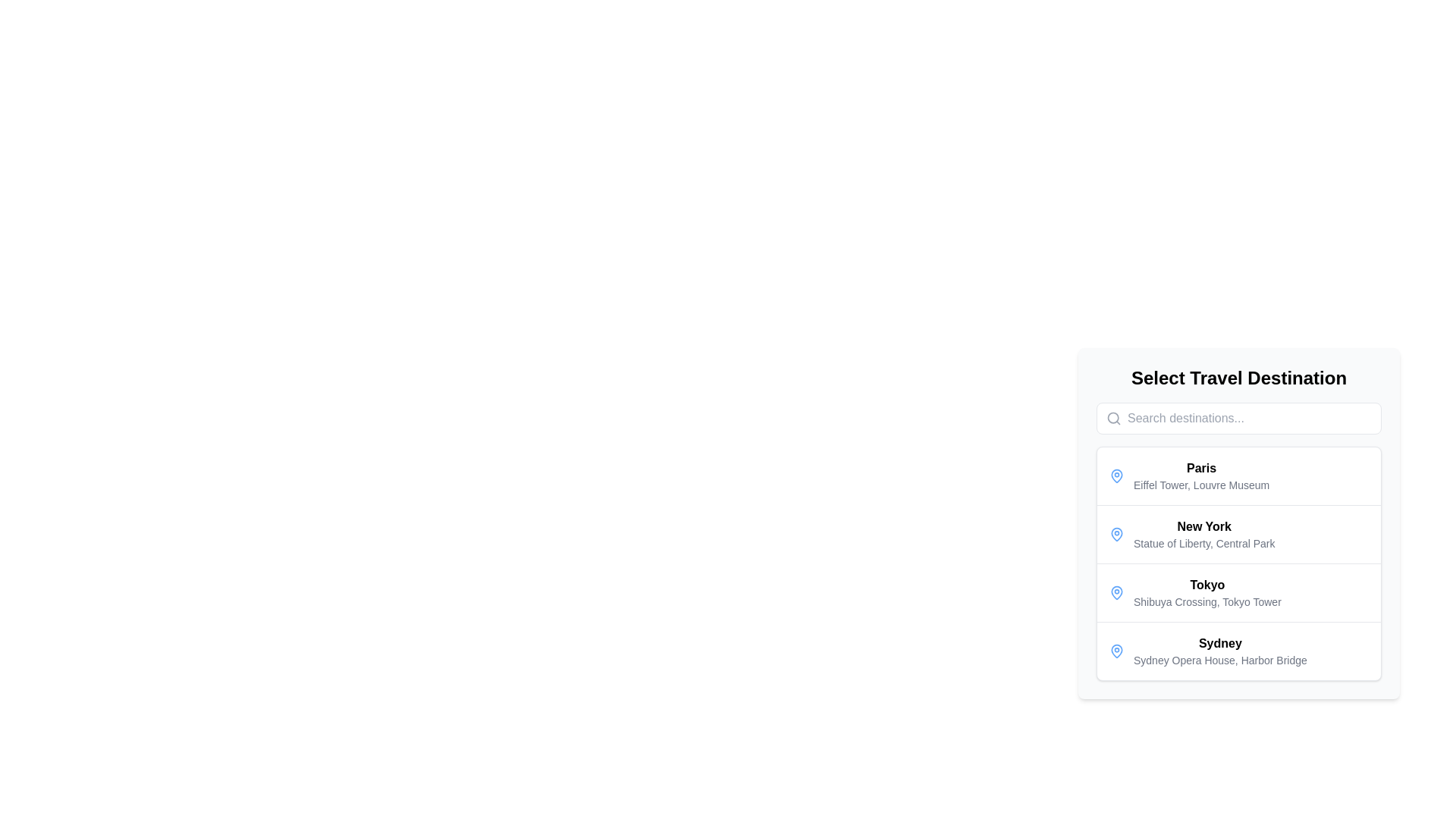  I want to click on the second list item representing the travel destination 'New York', so click(1238, 534).